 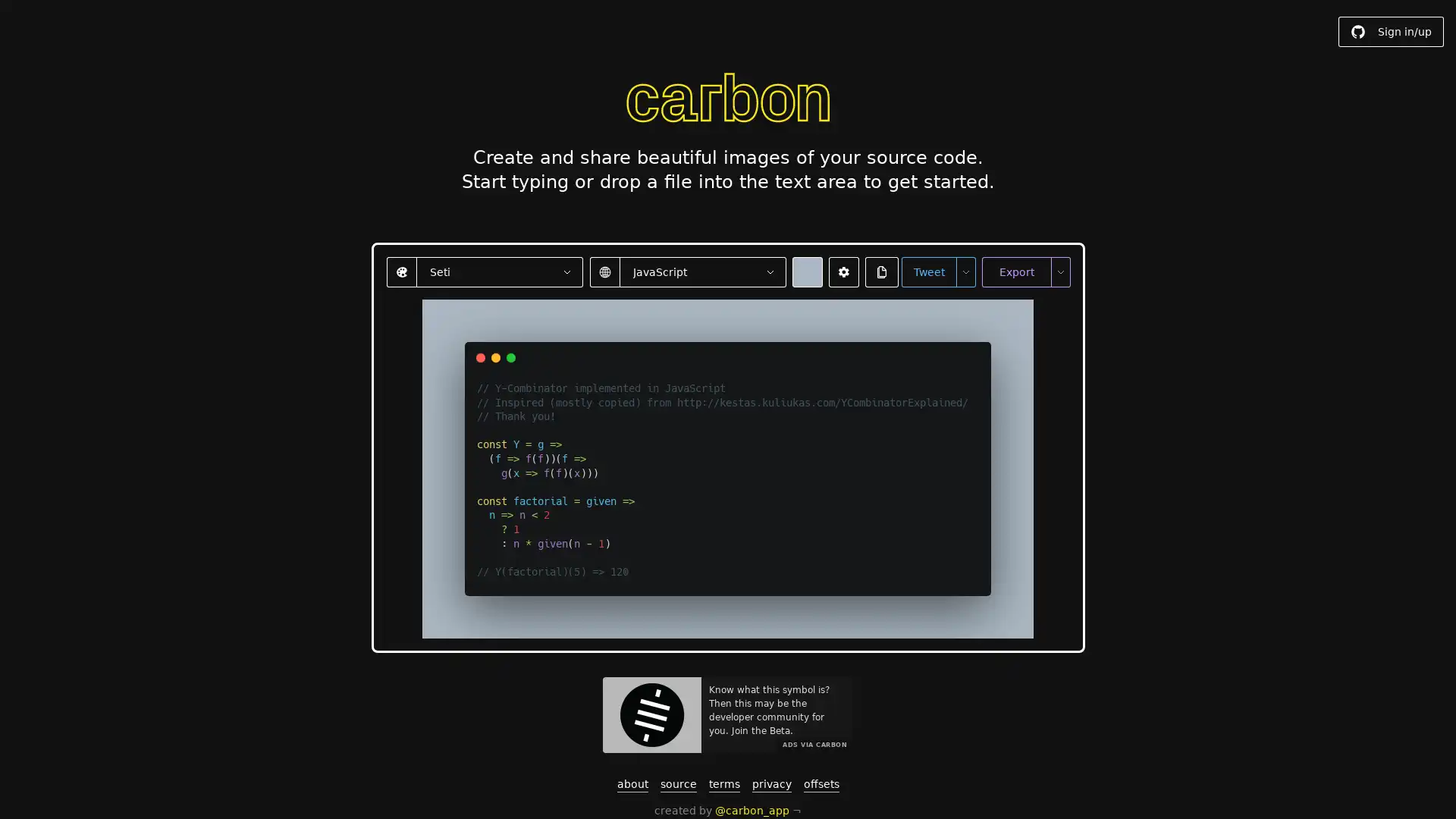 I want to click on Copy menu, so click(x=881, y=271).